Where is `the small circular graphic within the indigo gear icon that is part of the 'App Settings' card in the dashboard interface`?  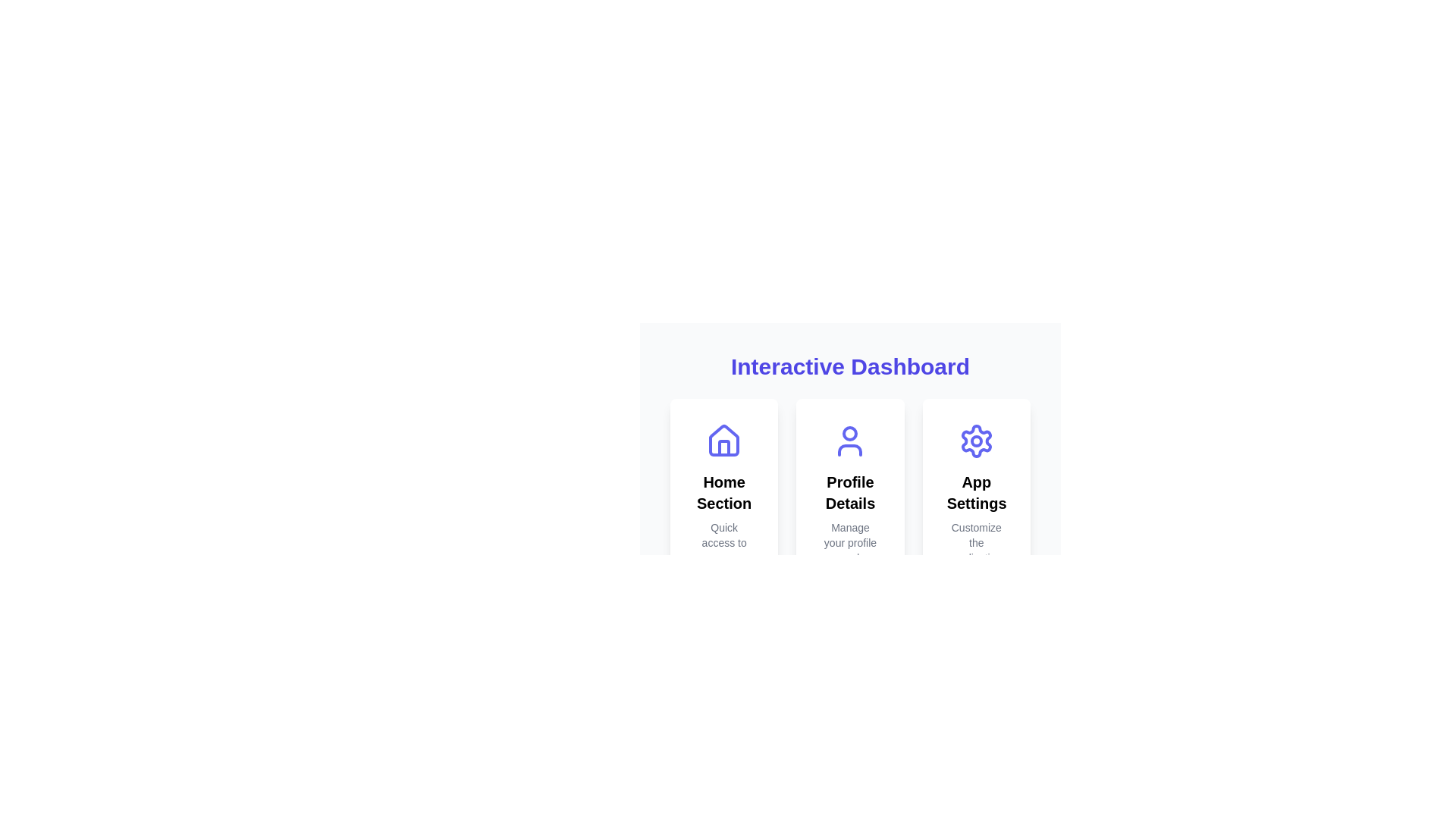 the small circular graphic within the indigo gear icon that is part of the 'App Settings' card in the dashboard interface is located at coordinates (976, 441).